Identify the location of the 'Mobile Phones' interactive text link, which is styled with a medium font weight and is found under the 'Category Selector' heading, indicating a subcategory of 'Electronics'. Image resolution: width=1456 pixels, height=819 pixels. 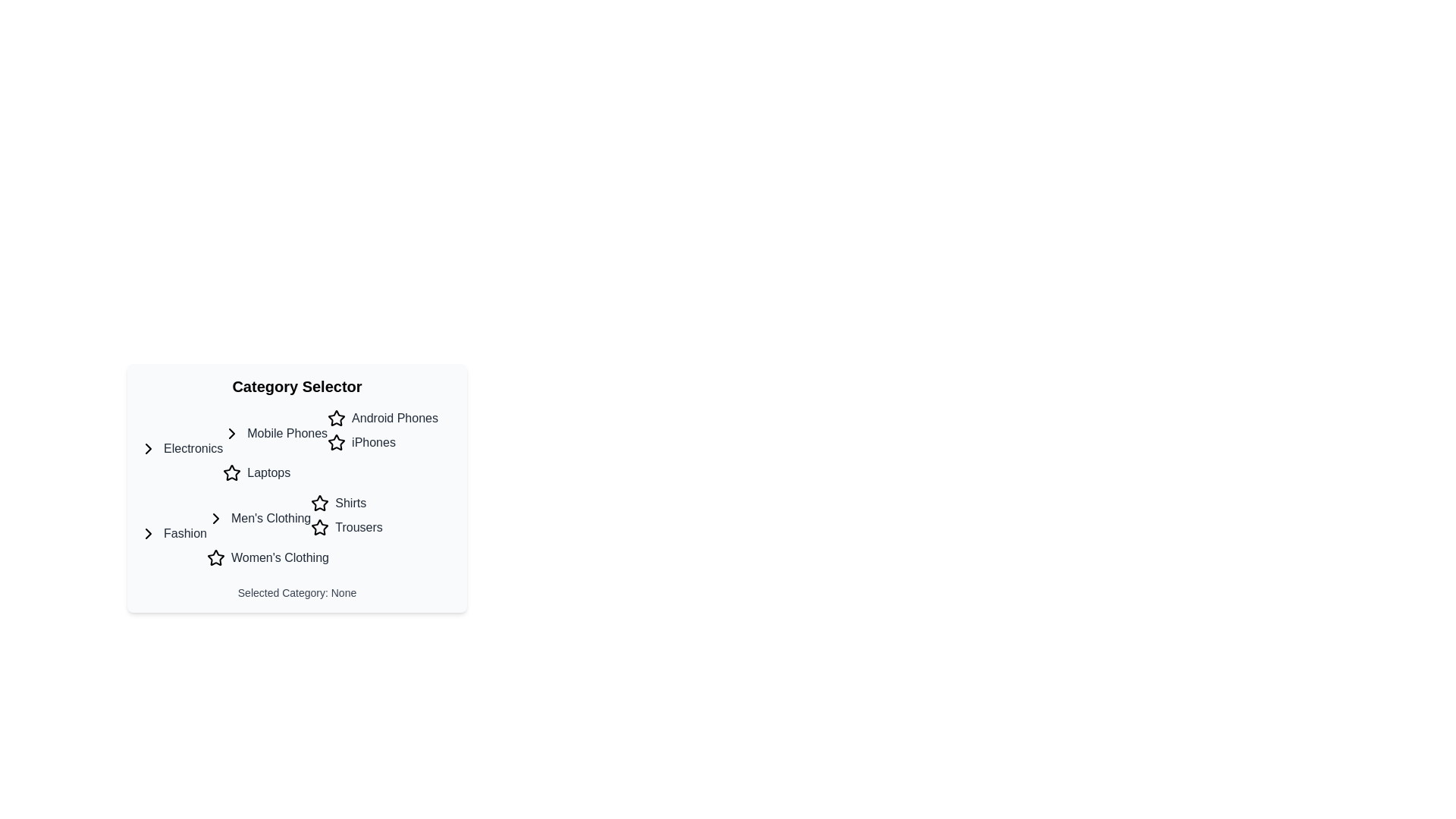
(287, 433).